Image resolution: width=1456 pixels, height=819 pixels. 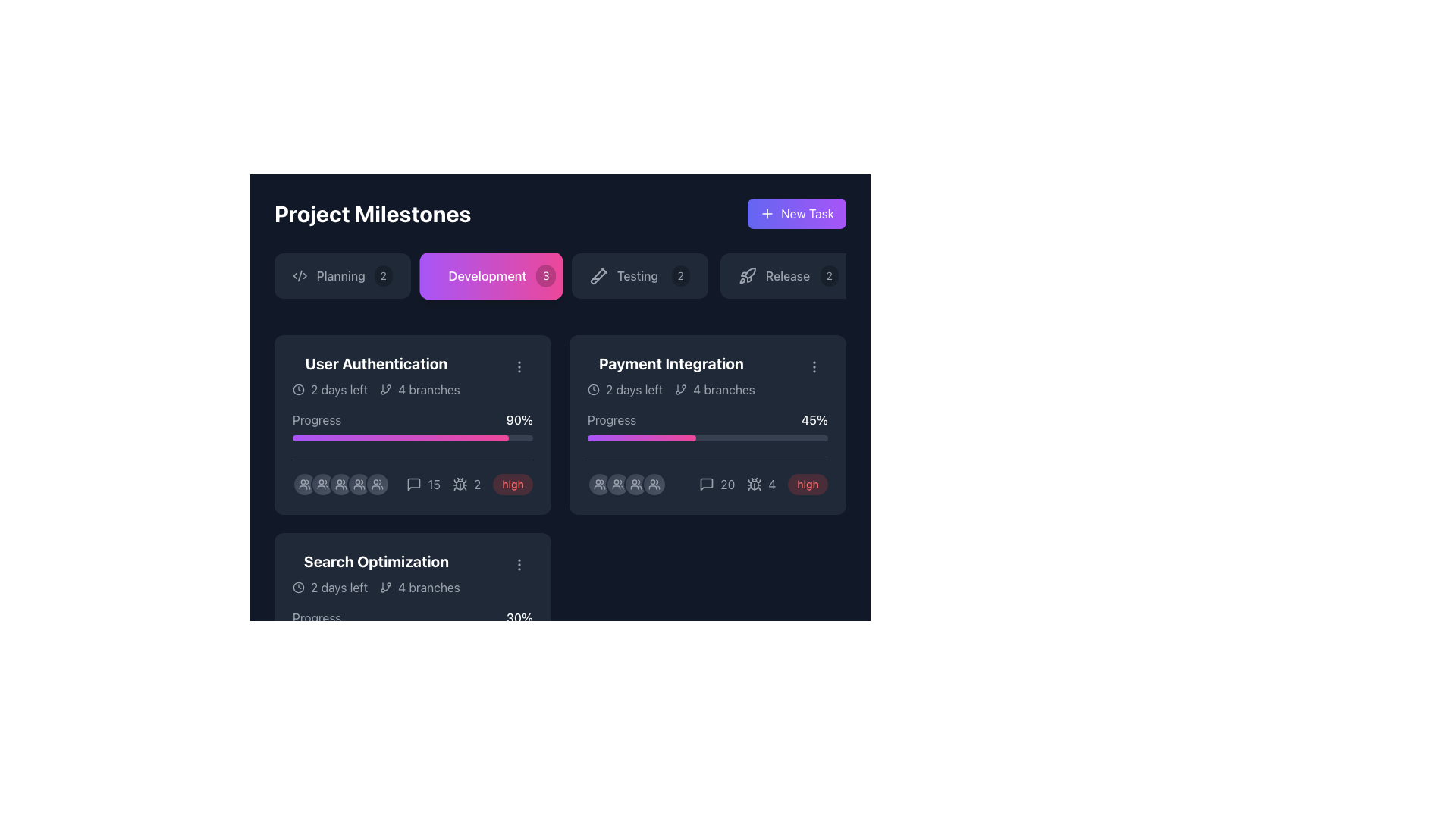 What do you see at coordinates (670, 388) in the screenshot?
I see `the Metadata display showing '2 days left' and '4 branches' within the 'Payment Integration' card` at bounding box center [670, 388].